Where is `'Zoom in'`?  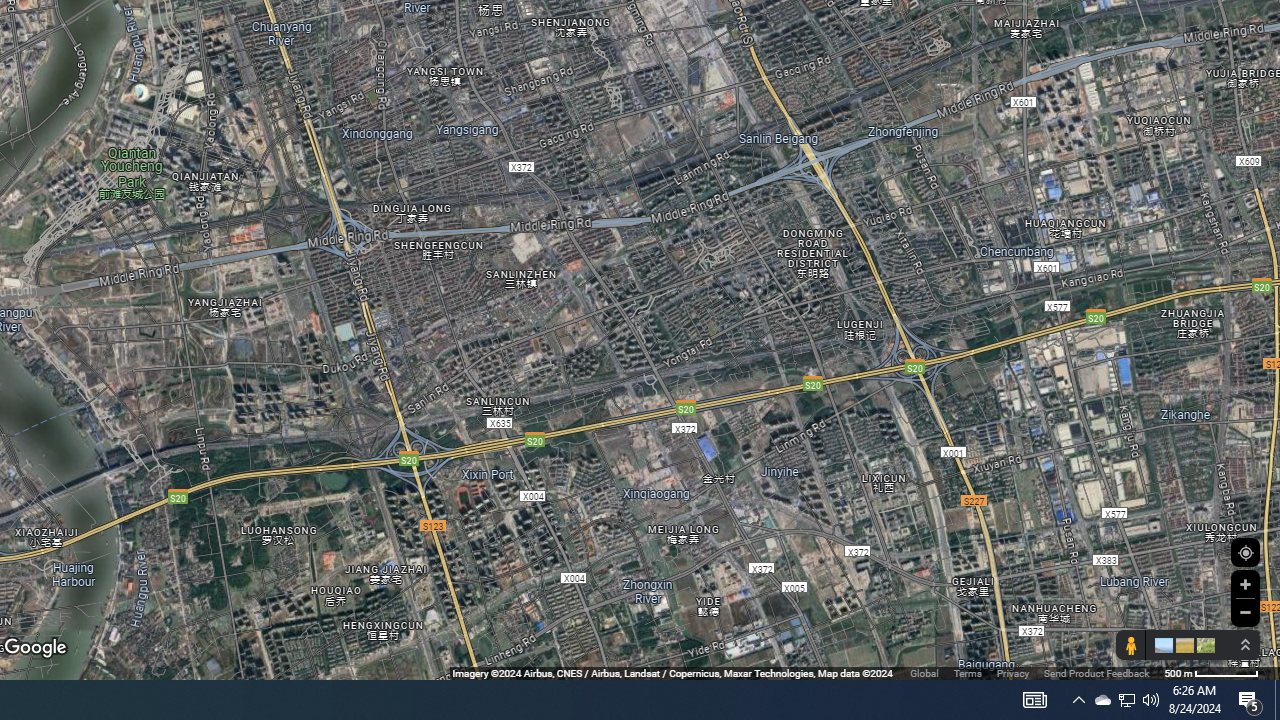 'Zoom in' is located at coordinates (1244, 584).